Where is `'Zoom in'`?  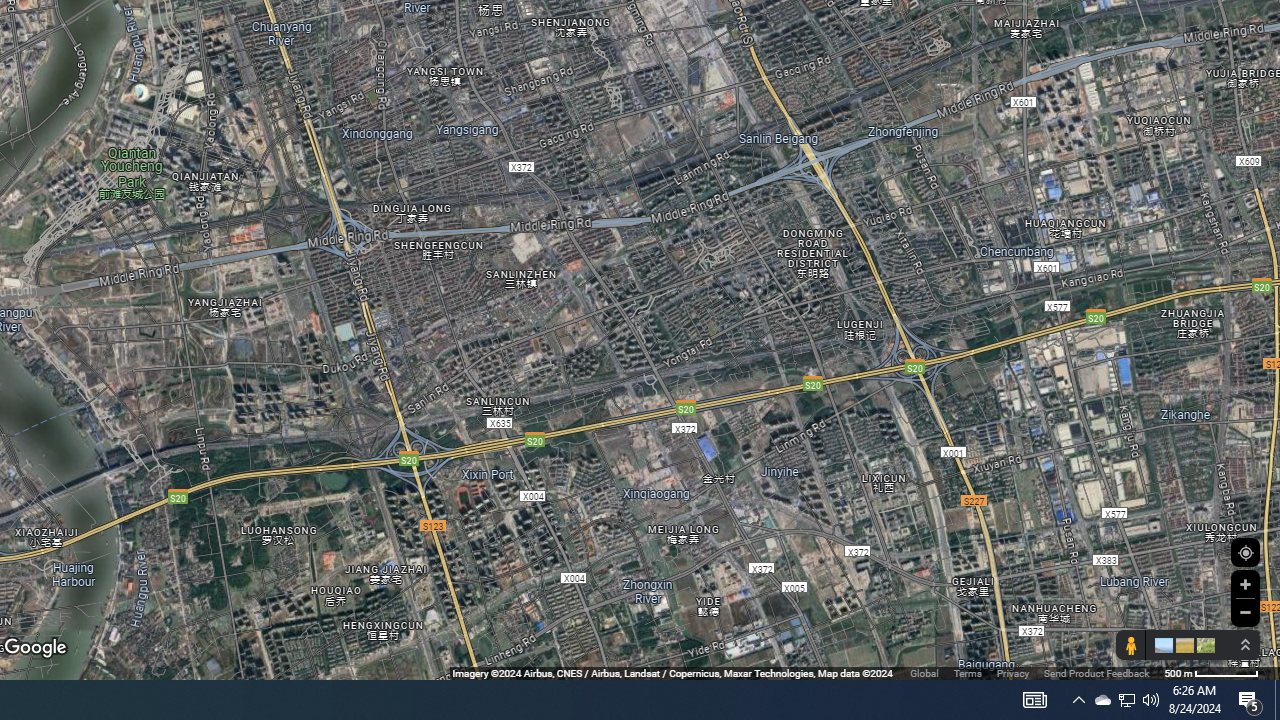 'Zoom in' is located at coordinates (1244, 584).